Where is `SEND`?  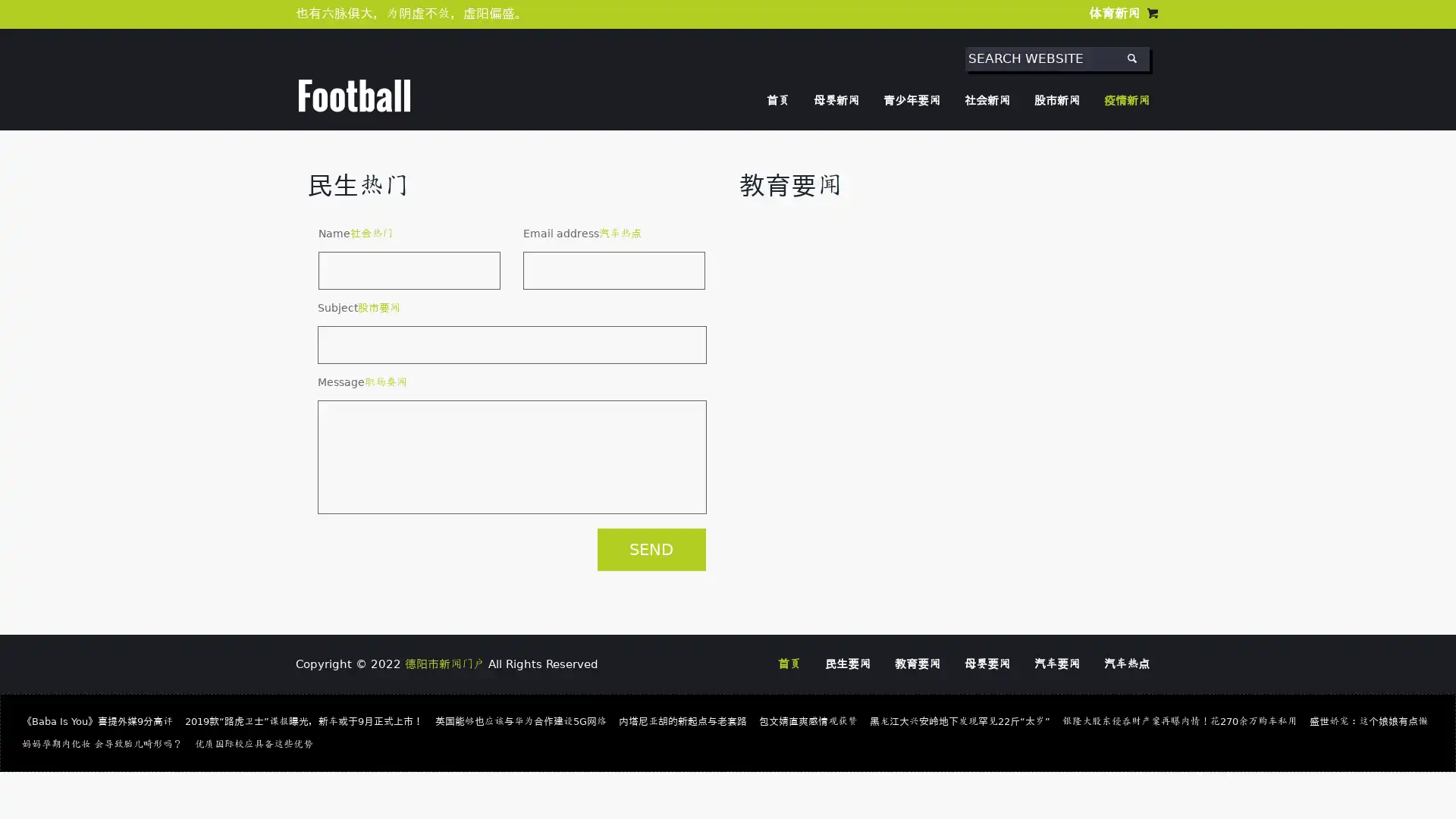 SEND is located at coordinates (651, 549).